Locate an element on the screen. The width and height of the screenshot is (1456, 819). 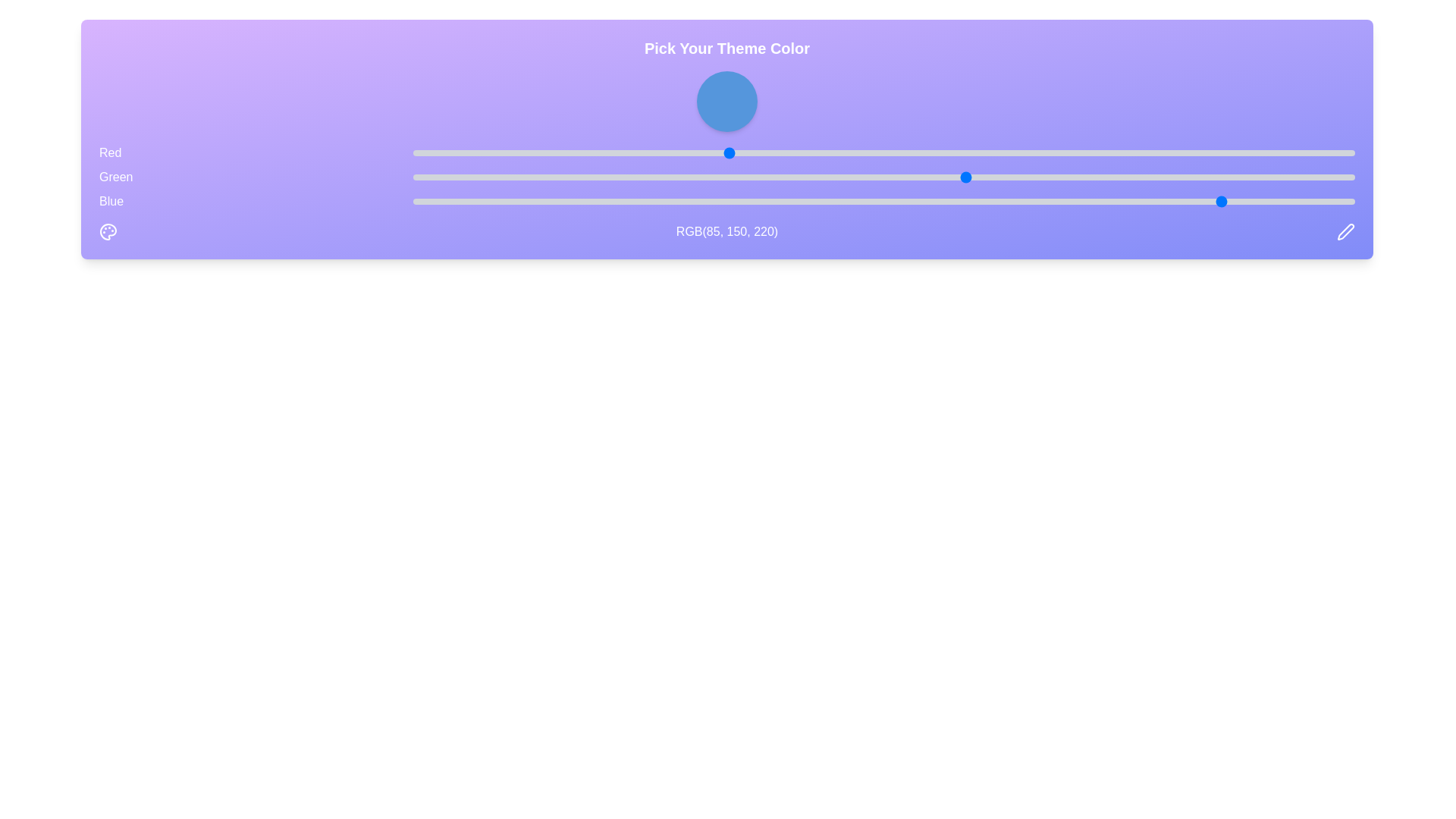
the slider's value is located at coordinates (1111, 152).